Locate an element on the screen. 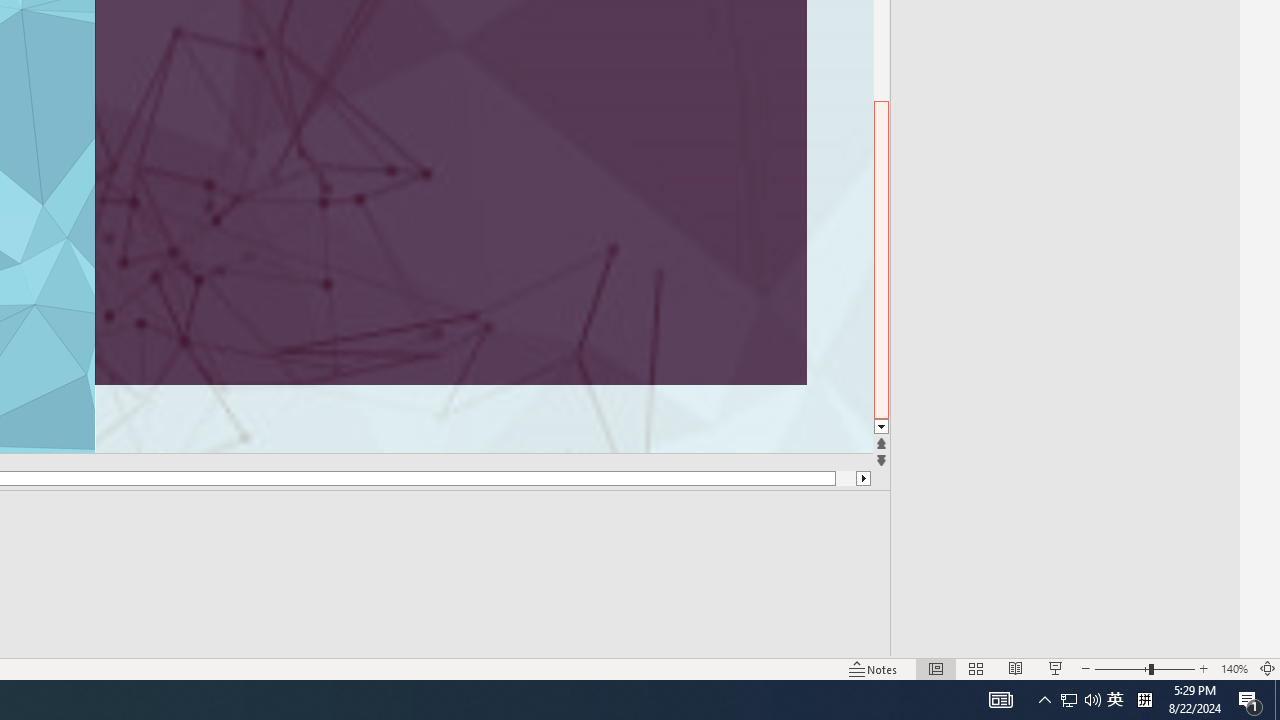  'Zoom 140%' is located at coordinates (1233, 669).